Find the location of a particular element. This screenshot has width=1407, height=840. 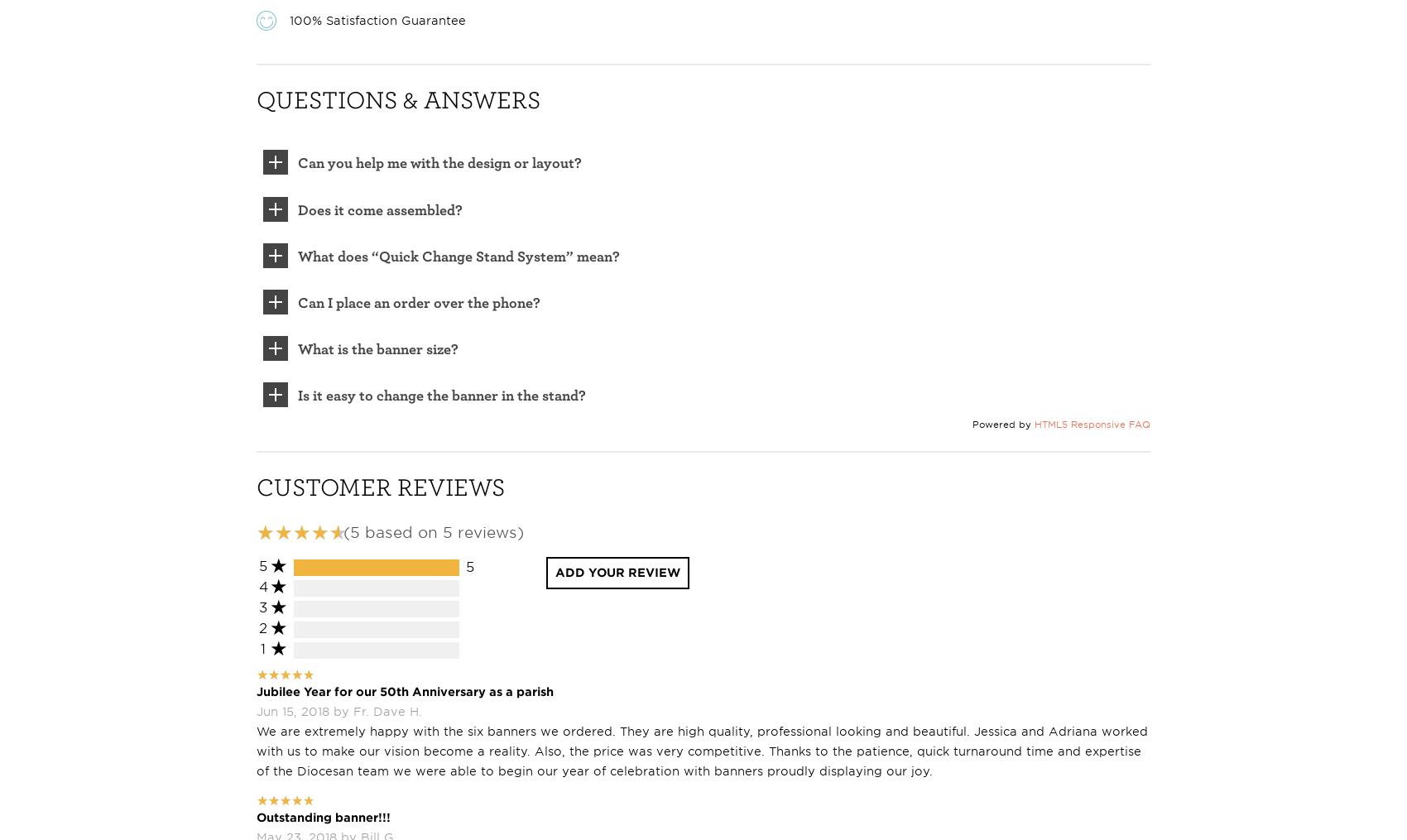

'4' is located at coordinates (262, 586).